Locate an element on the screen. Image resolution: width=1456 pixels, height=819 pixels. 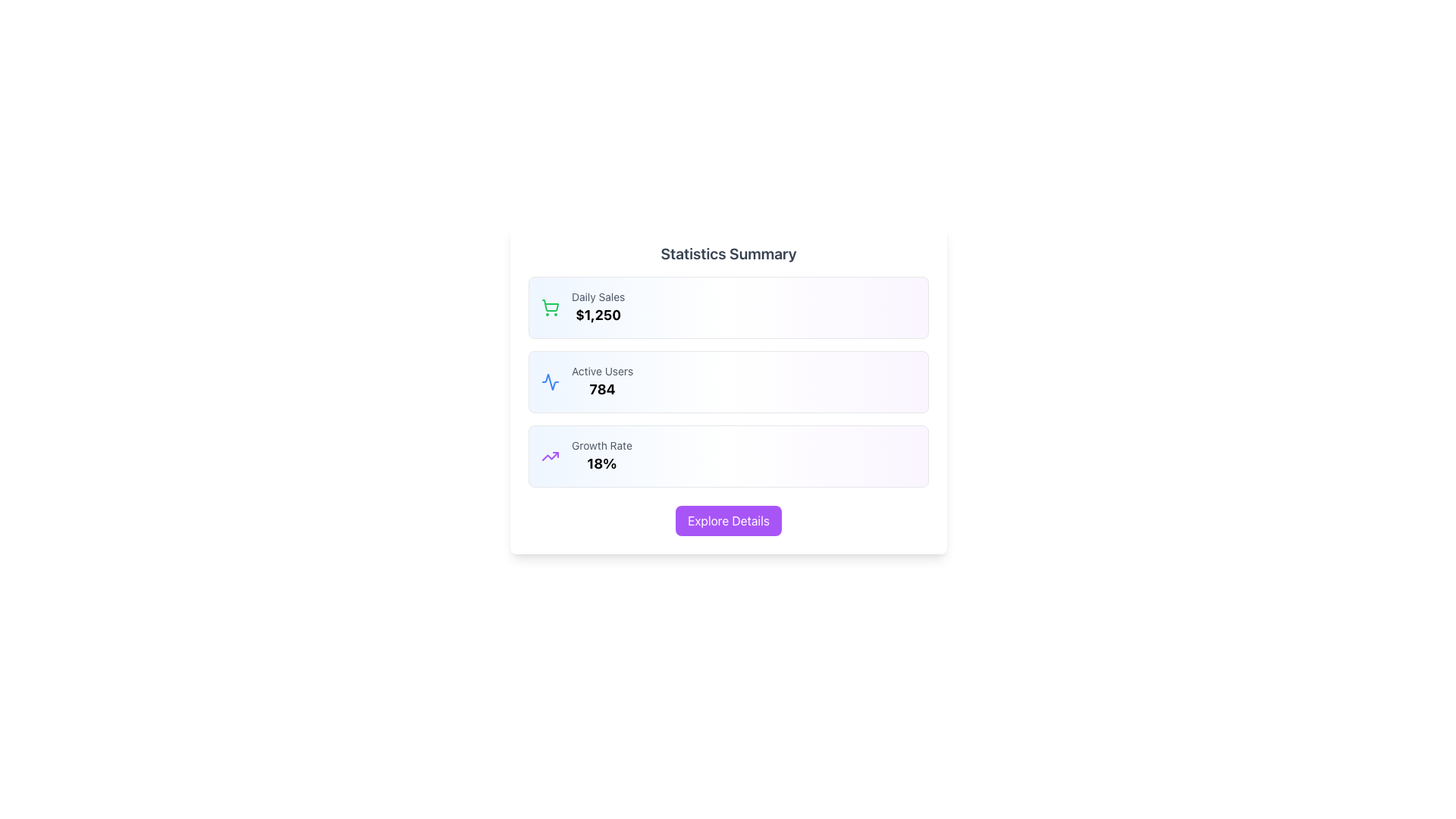
the Statistical information display field, which shows daily sales statistics and is located in the first box of the statistical summary section, near the top left and below a green shopping cart icon is located at coordinates (598, 307).